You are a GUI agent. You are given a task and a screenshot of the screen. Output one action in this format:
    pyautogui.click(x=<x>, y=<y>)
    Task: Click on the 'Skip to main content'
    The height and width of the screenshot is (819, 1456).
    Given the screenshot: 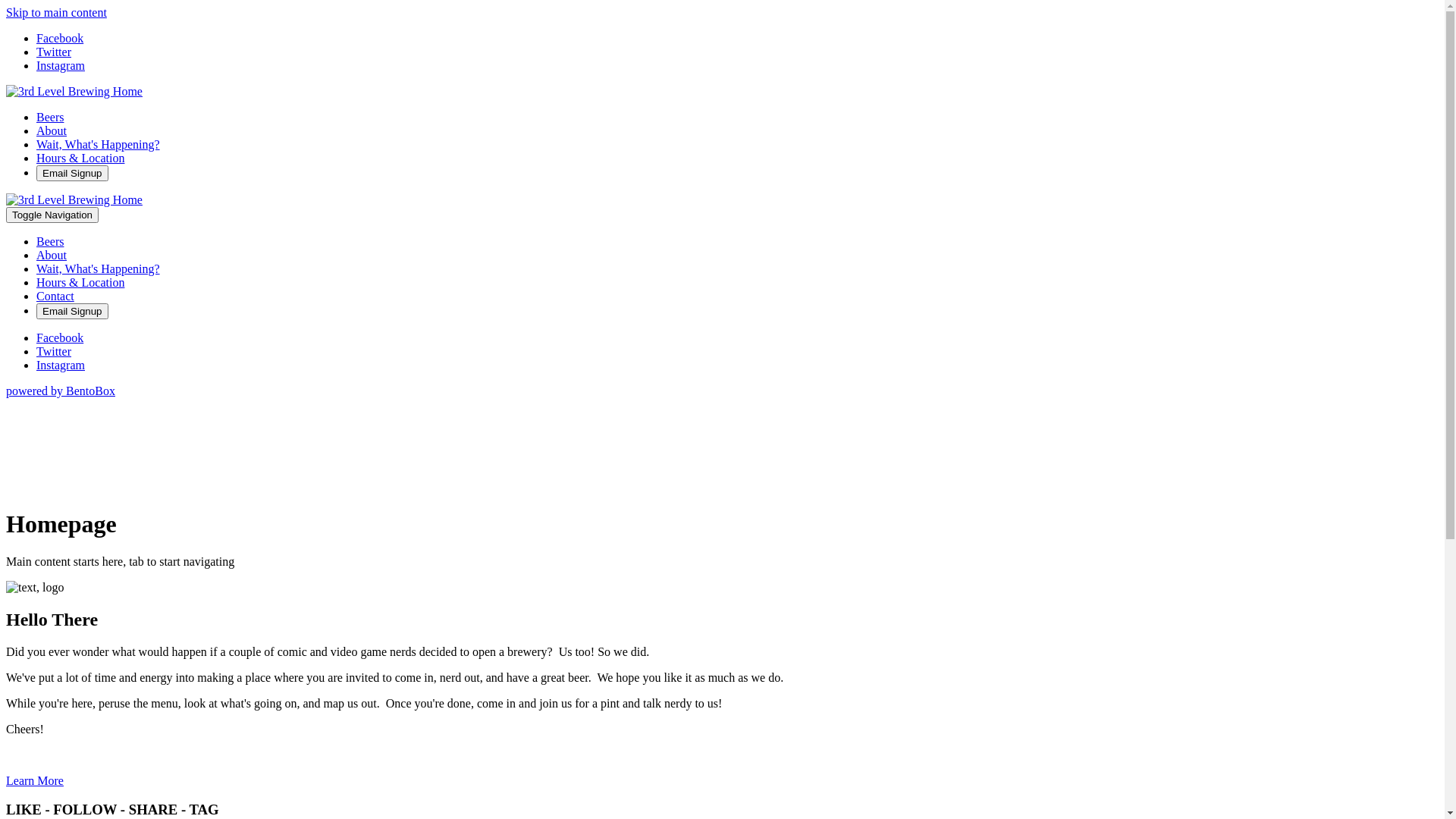 What is the action you would take?
    pyautogui.click(x=56, y=12)
    